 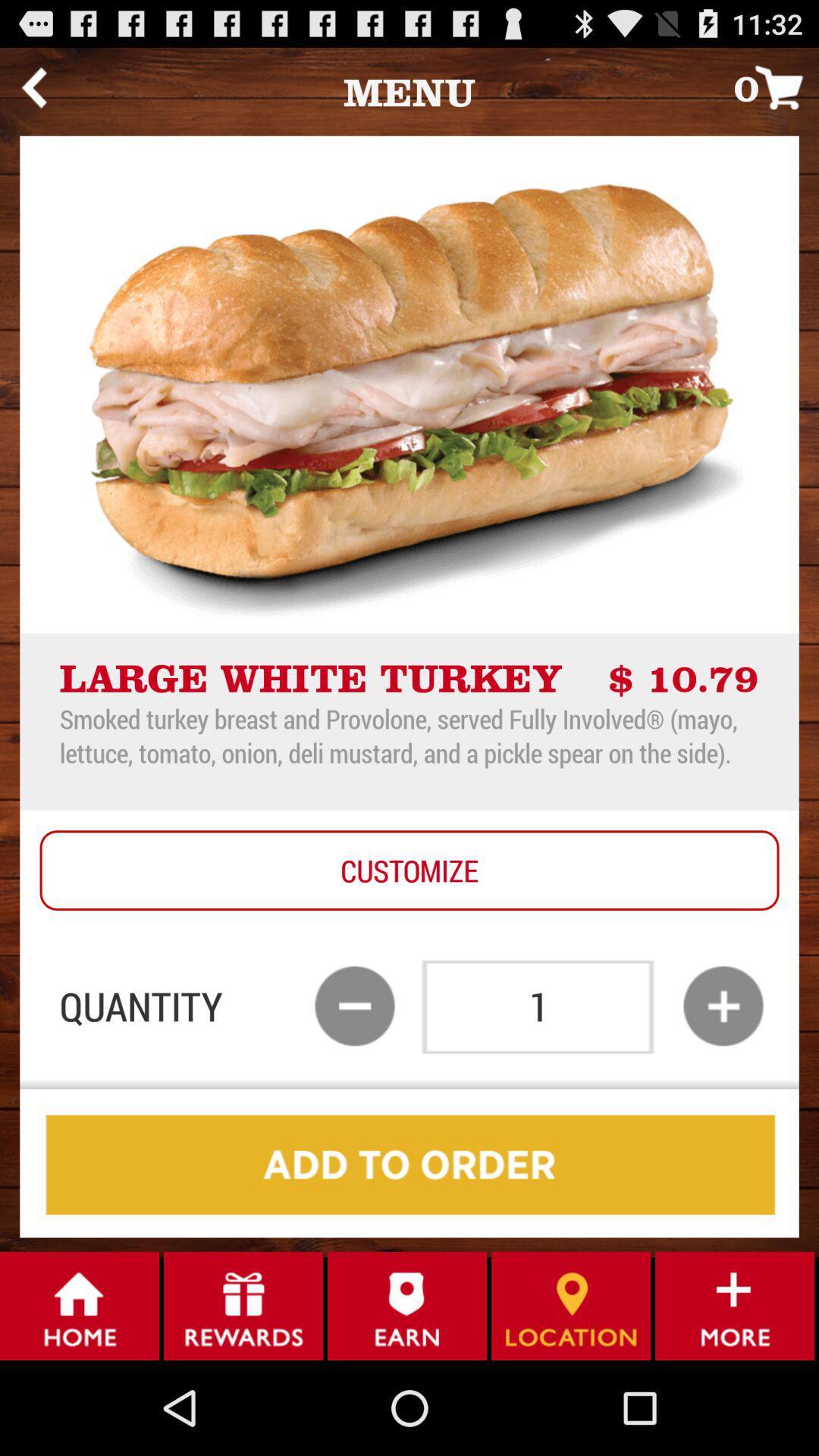 What do you see at coordinates (409, 870) in the screenshot?
I see `the icon below the smoked turkey breast app` at bounding box center [409, 870].